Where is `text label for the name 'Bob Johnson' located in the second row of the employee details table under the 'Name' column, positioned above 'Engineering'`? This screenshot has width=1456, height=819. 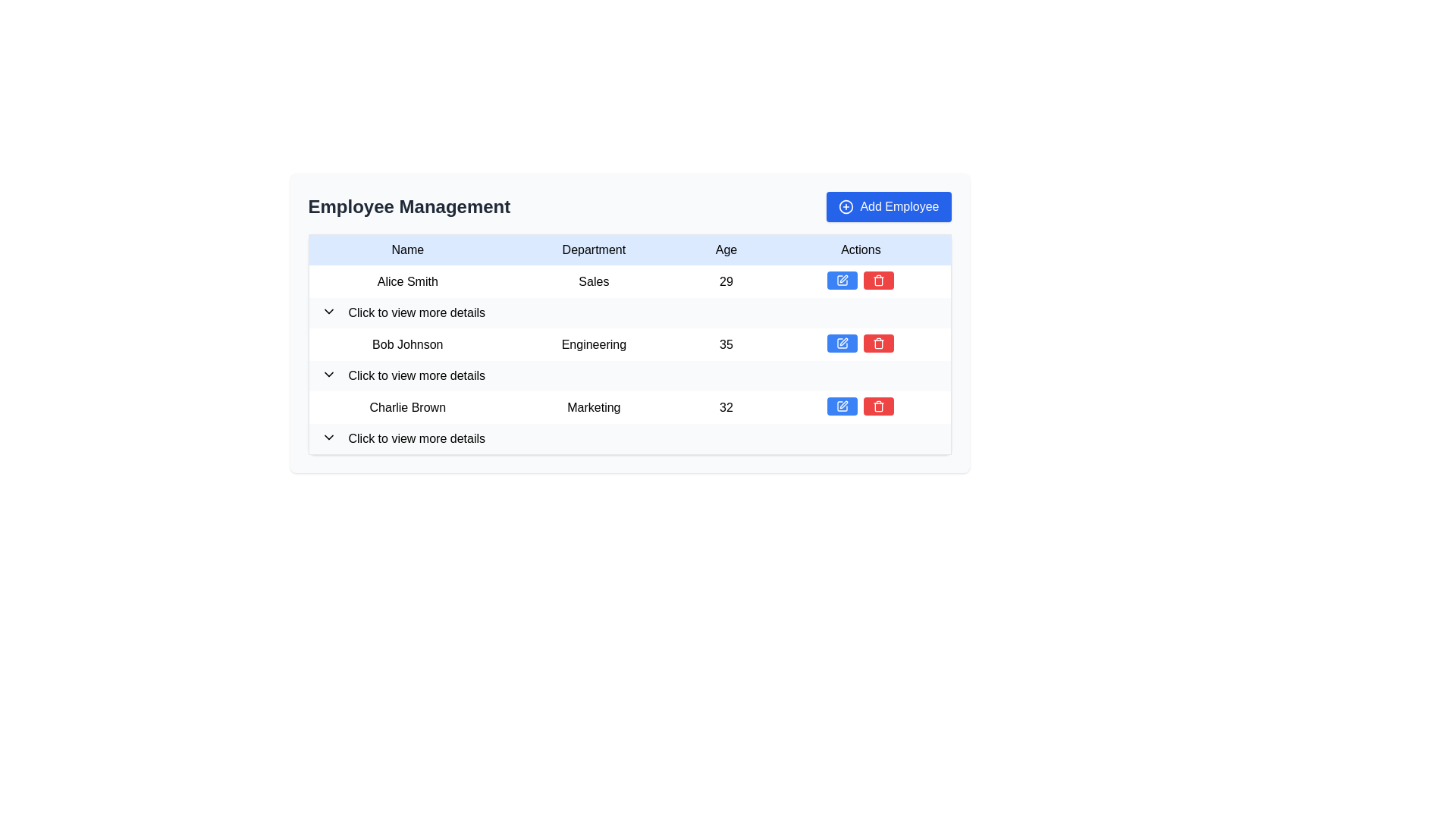 text label for the name 'Bob Johnson' located in the second row of the employee details table under the 'Name' column, positioned above 'Engineering' is located at coordinates (407, 344).